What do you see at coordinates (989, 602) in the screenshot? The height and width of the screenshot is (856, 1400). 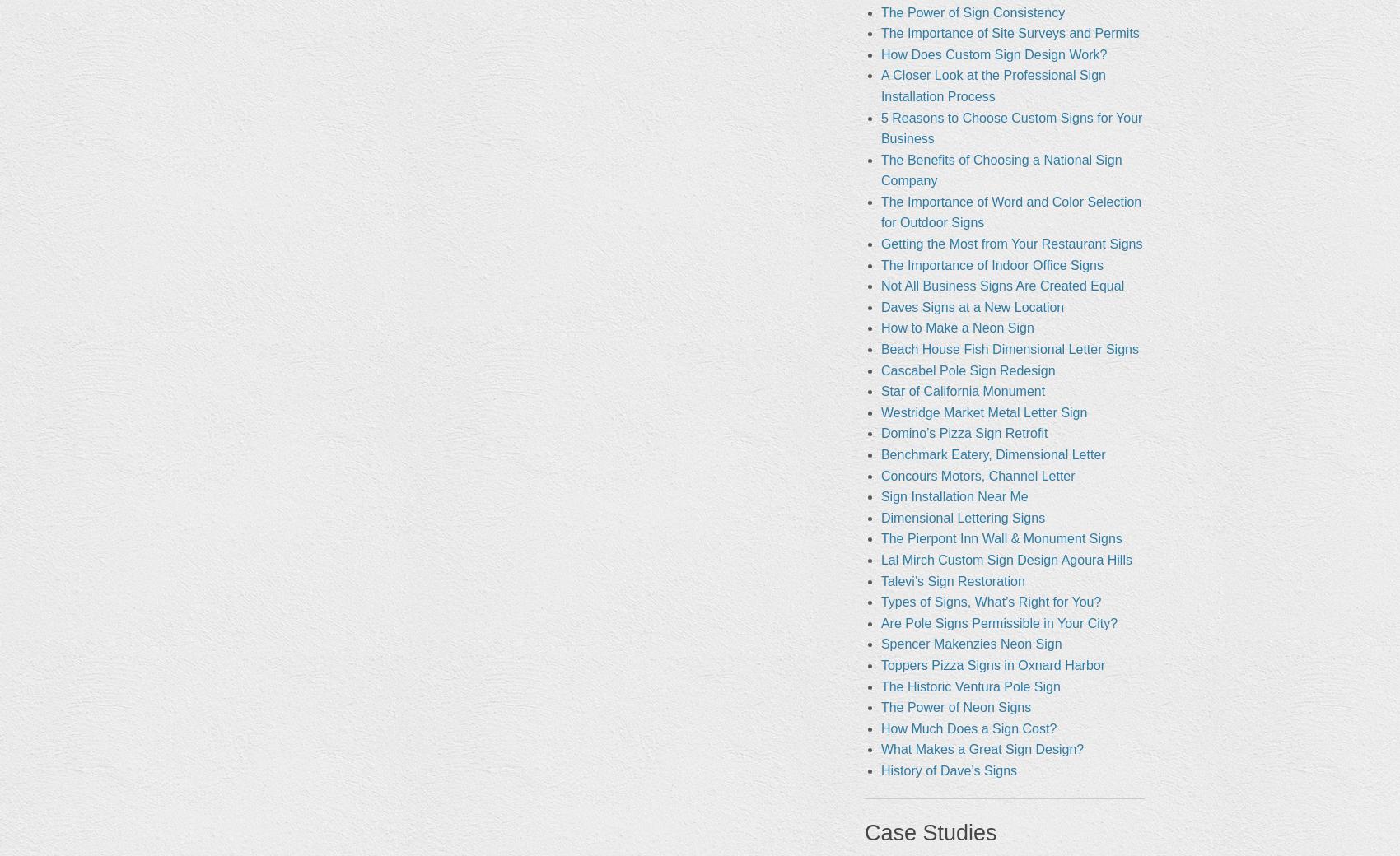 I see `'Types of Signs, What’s Right for You?'` at bounding box center [989, 602].